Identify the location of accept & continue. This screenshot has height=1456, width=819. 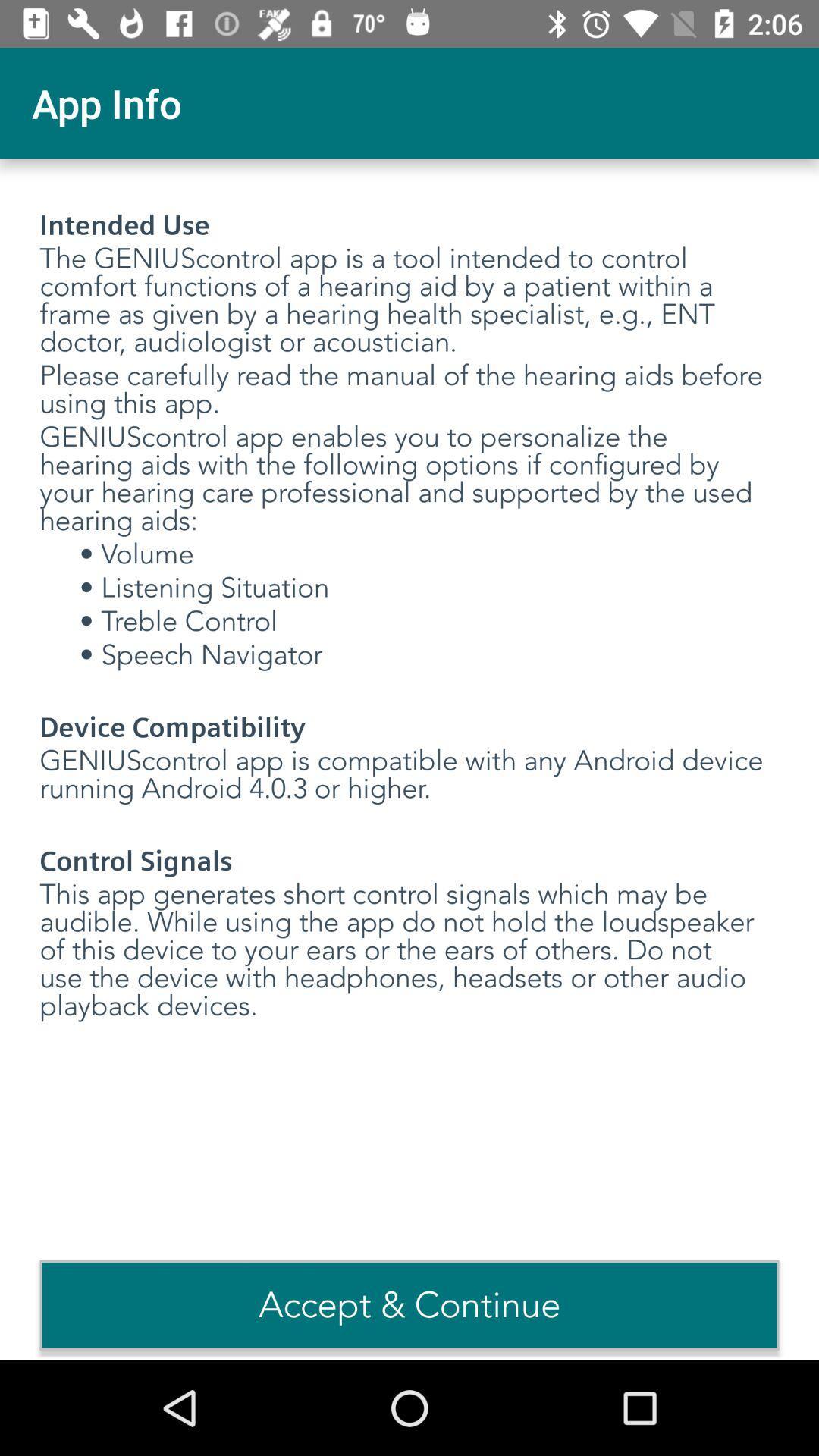
(409, 1304).